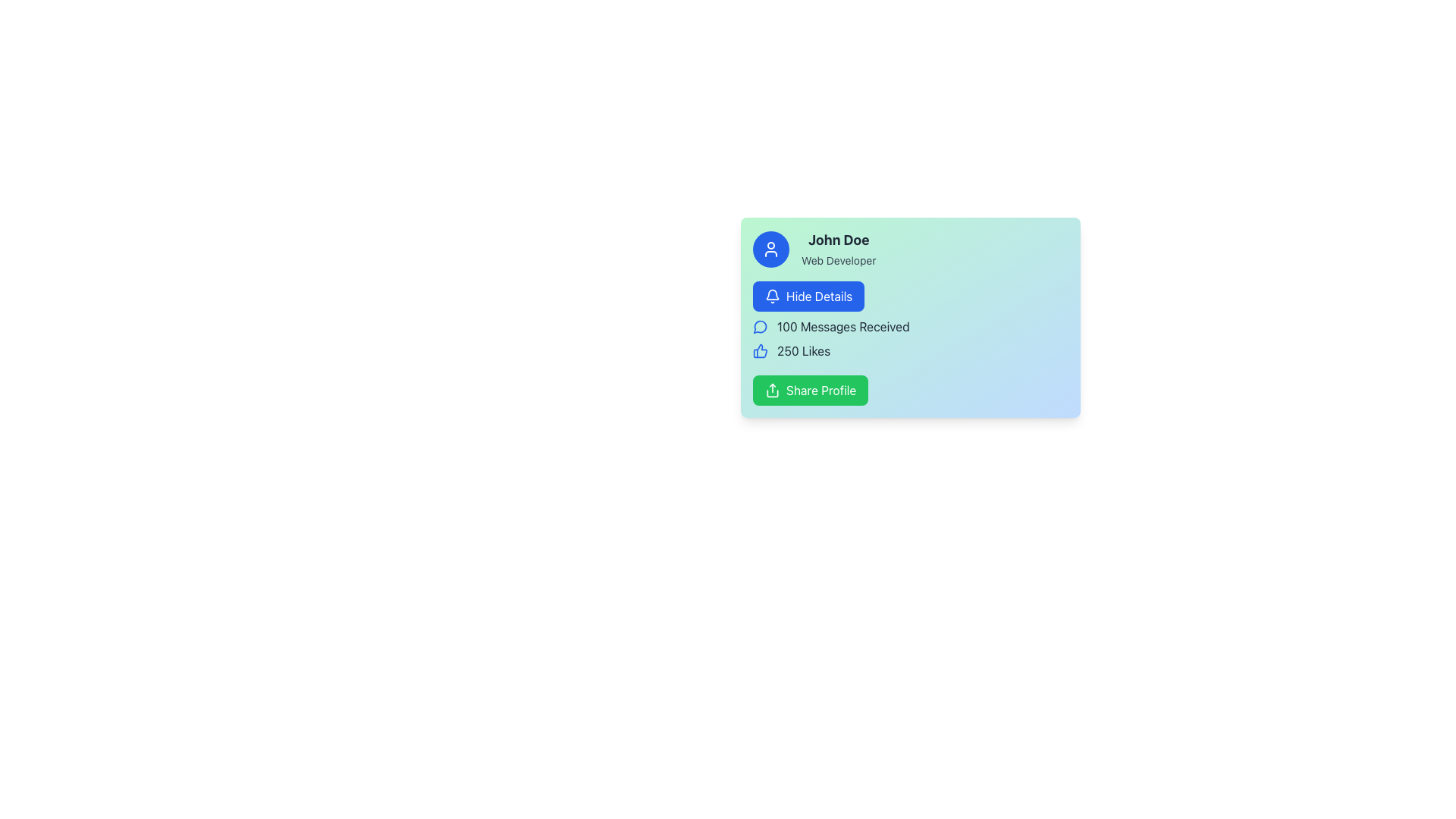 Image resolution: width=1456 pixels, height=819 pixels. I want to click on the speech bubble icon representing '100 Messages Received' in the interface, so click(760, 326).